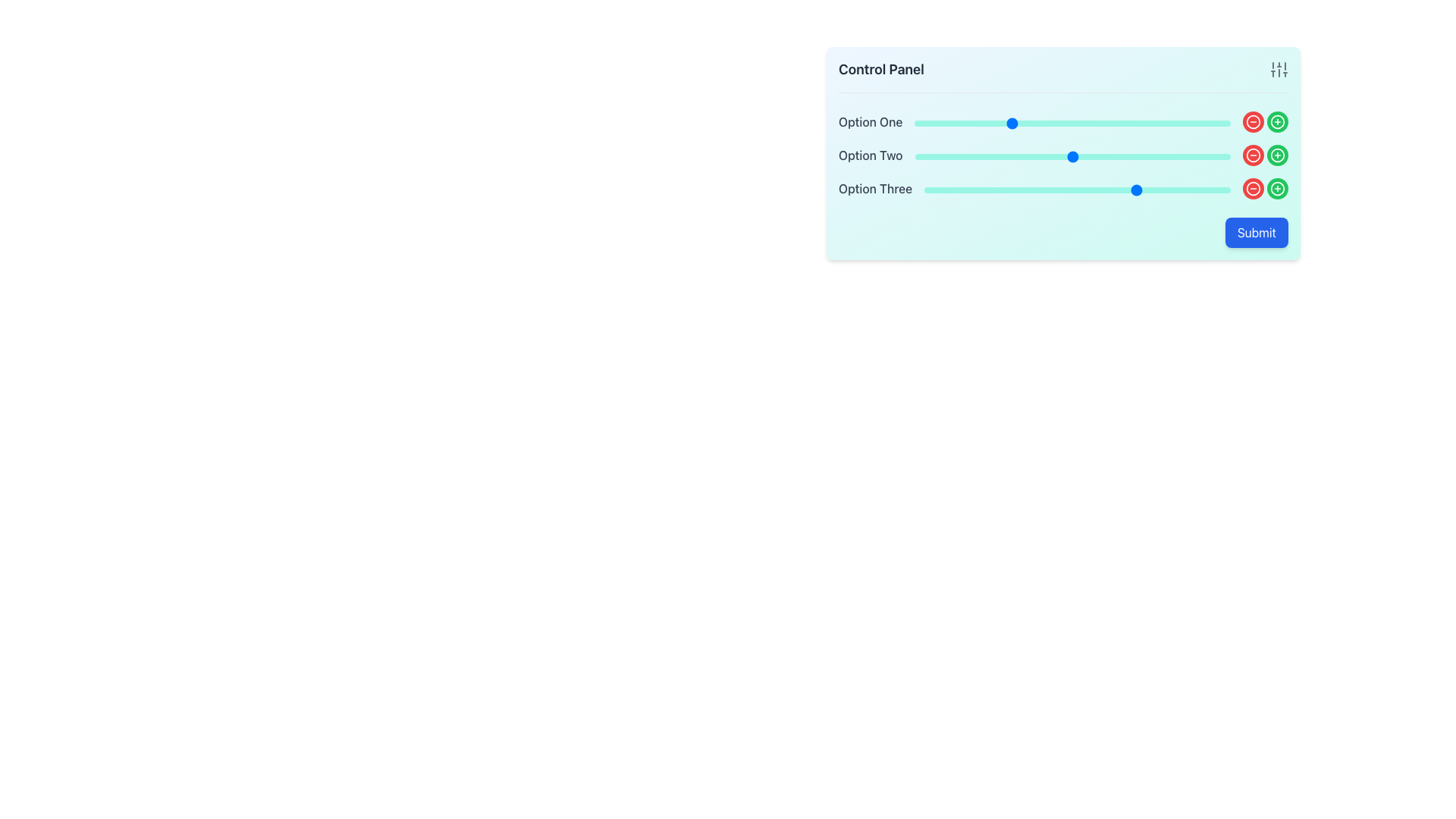 This screenshot has height=819, width=1456. Describe the element at coordinates (1221, 189) in the screenshot. I see `the slider value` at that location.